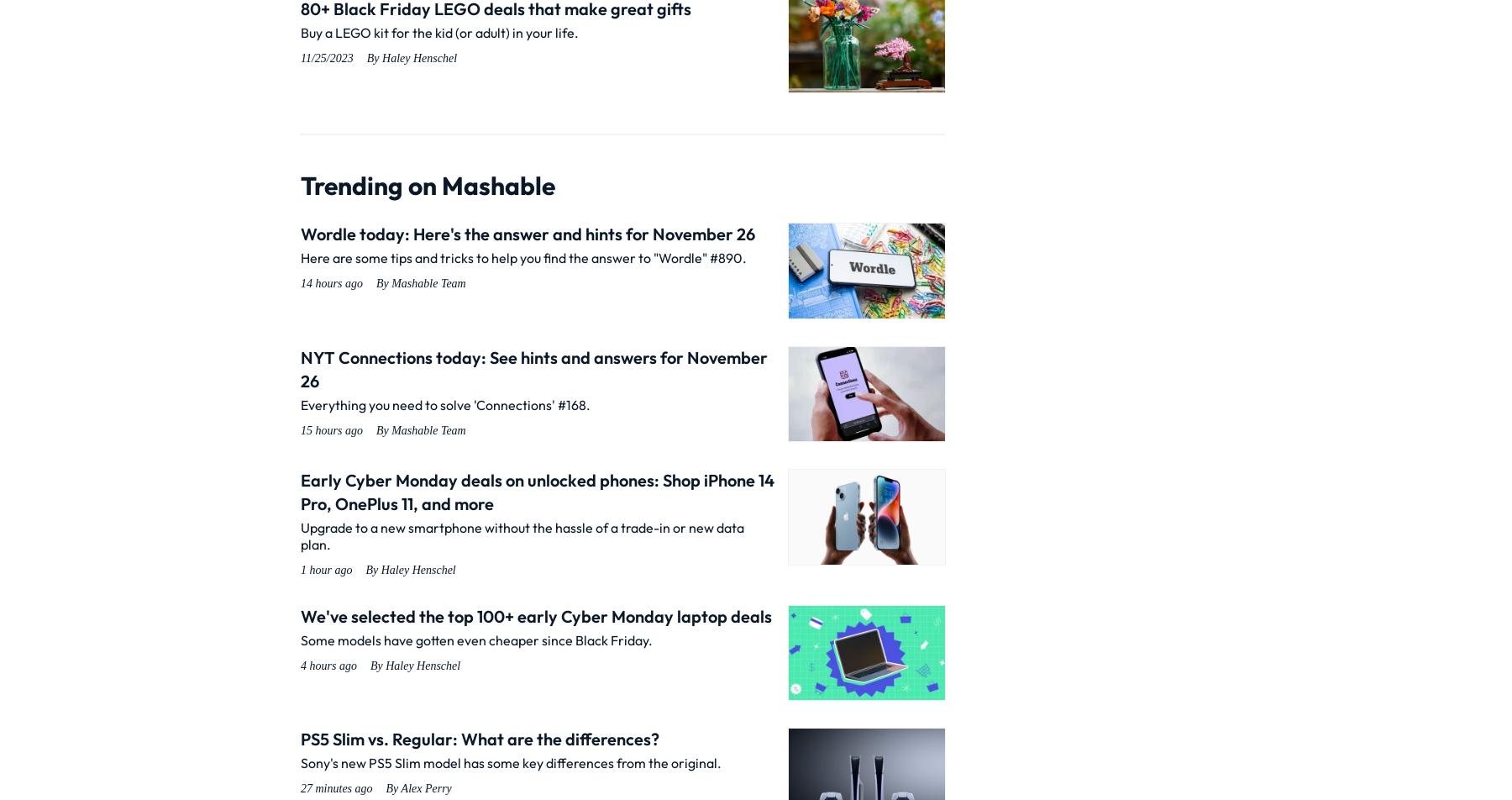 The width and height of the screenshot is (1512, 800). What do you see at coordinates (511, 763) in the screenshot?
I see `'Sony's new PS5 Slim model has some key differences from the original.'` at bounding box center [511, 763].